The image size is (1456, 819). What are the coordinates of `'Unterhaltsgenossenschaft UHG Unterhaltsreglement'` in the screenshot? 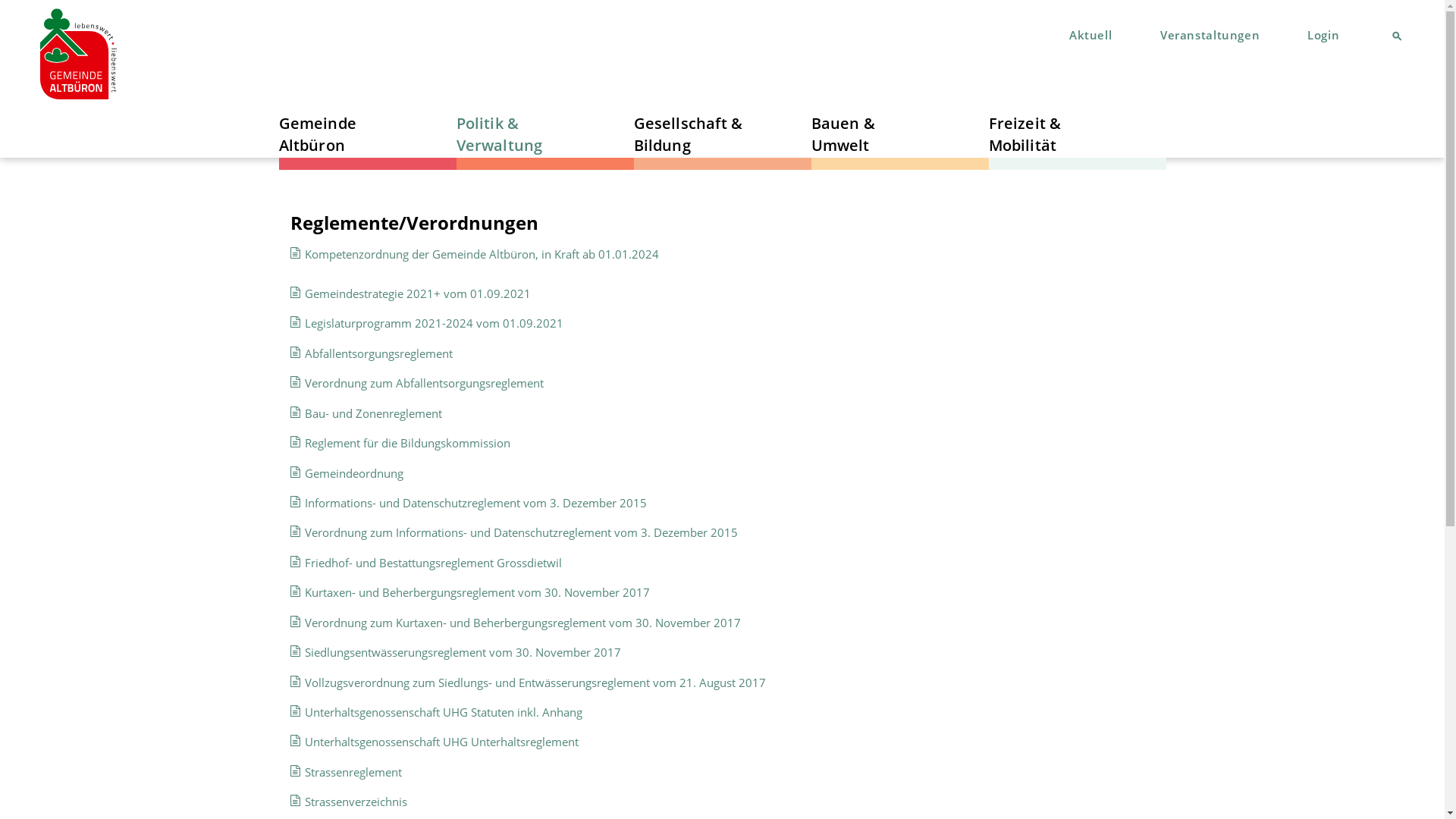 It's located at (441, 741).